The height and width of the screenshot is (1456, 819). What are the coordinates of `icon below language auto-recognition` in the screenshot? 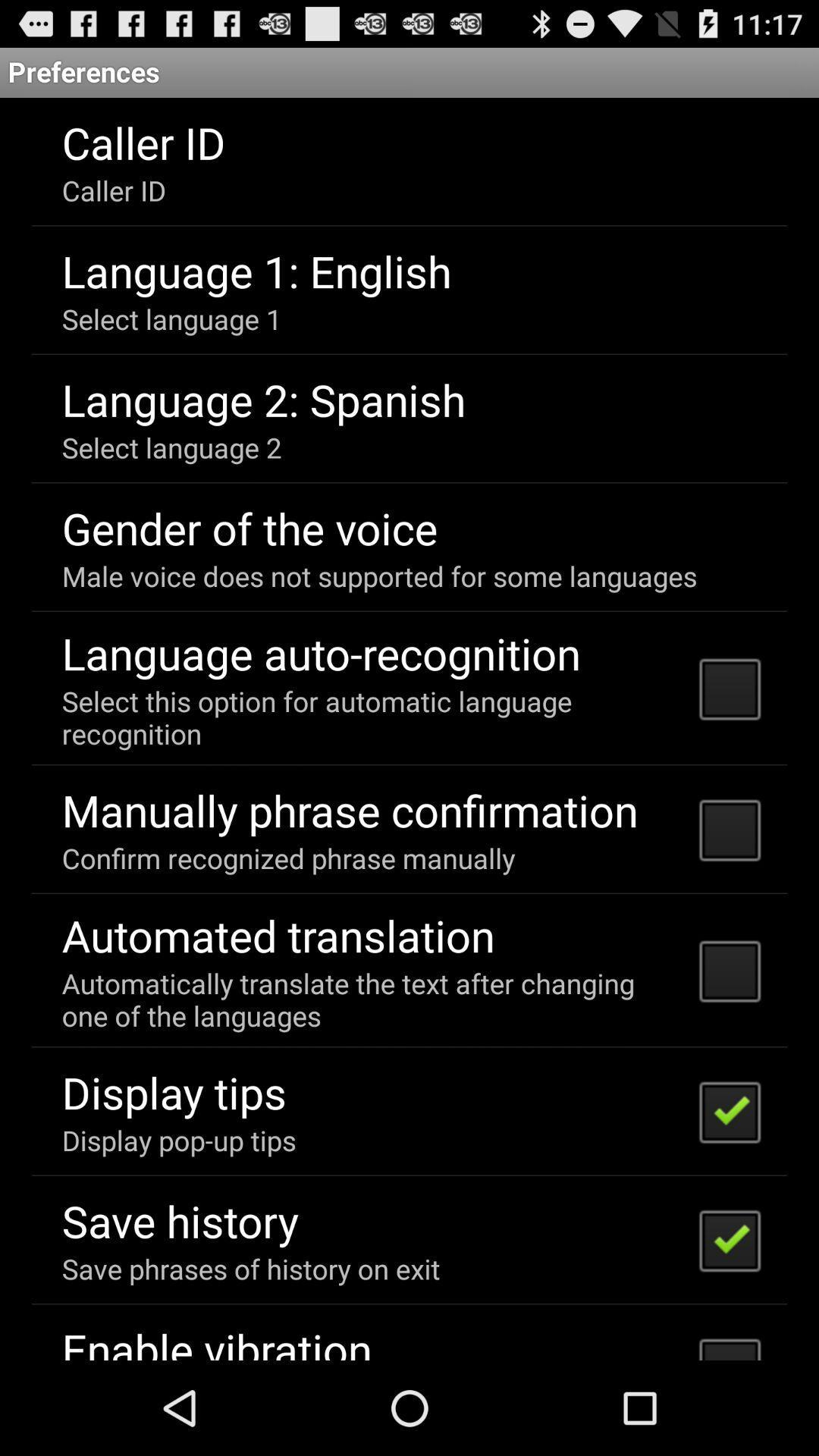 It's located at (371, 717).